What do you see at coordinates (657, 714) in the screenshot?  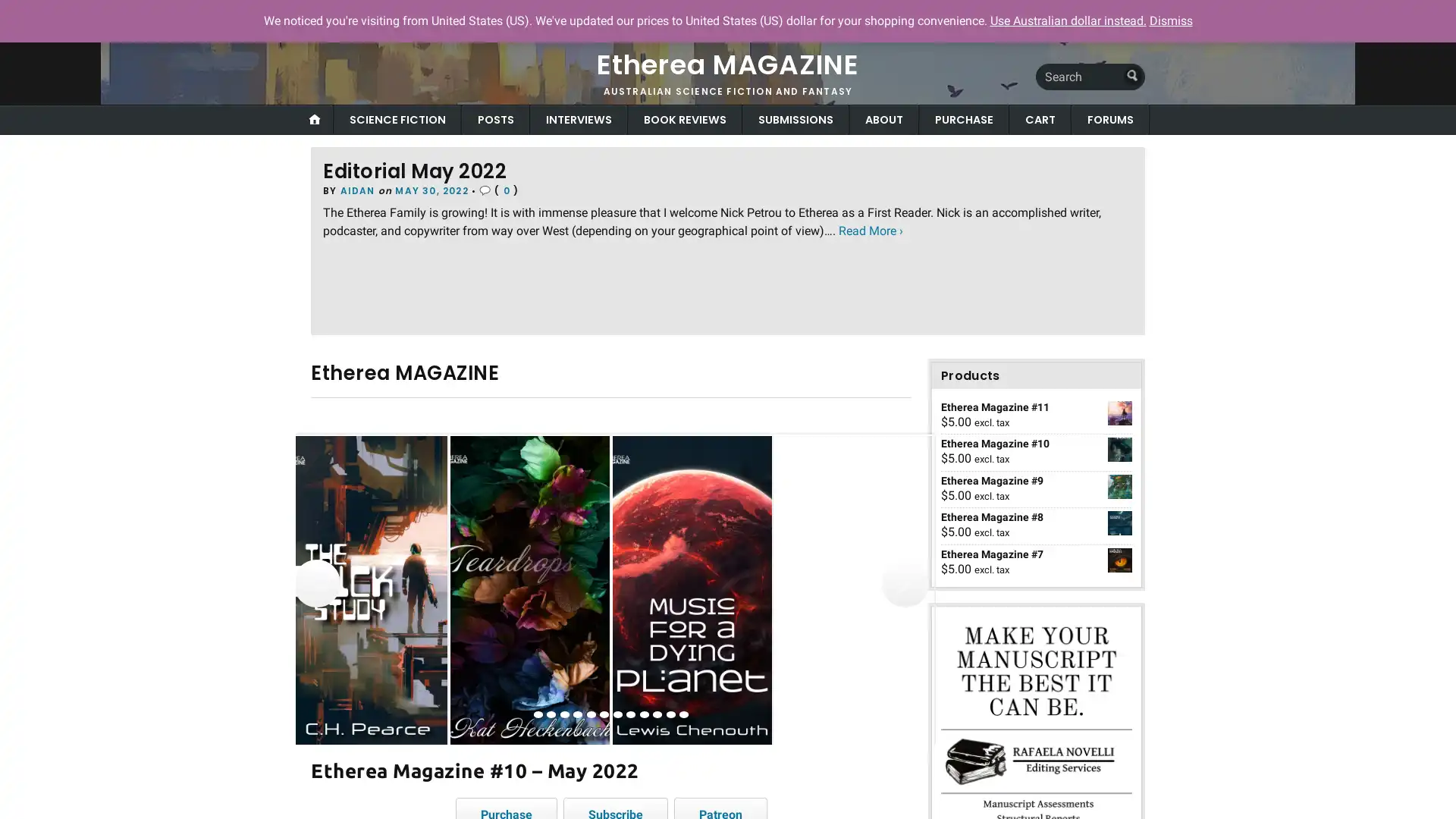 I see `view image 10 of 12 in carousel` at bounding box center [657, 714].